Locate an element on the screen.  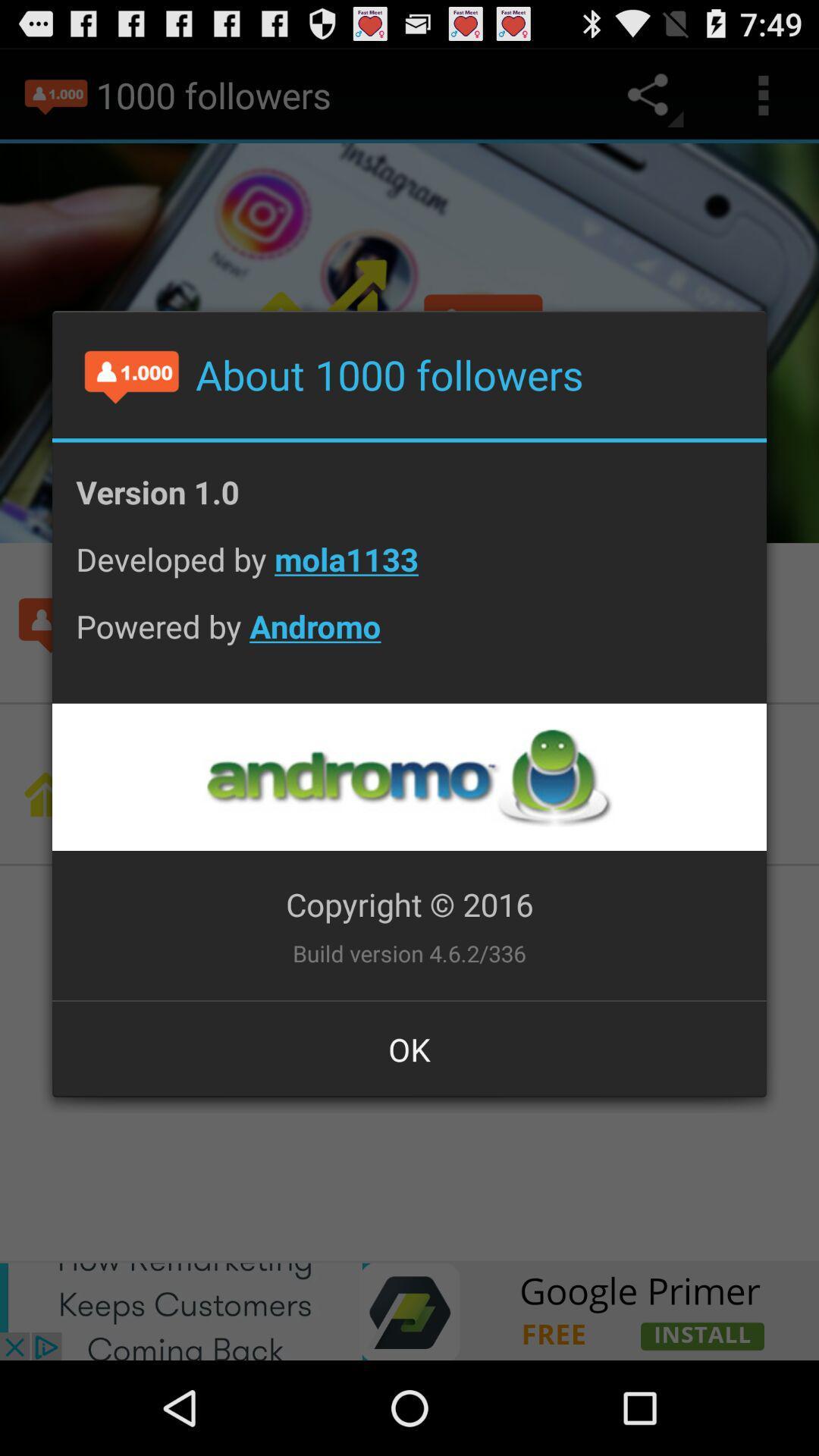
icon below build version 4 is located at coordinates (409, 1048).